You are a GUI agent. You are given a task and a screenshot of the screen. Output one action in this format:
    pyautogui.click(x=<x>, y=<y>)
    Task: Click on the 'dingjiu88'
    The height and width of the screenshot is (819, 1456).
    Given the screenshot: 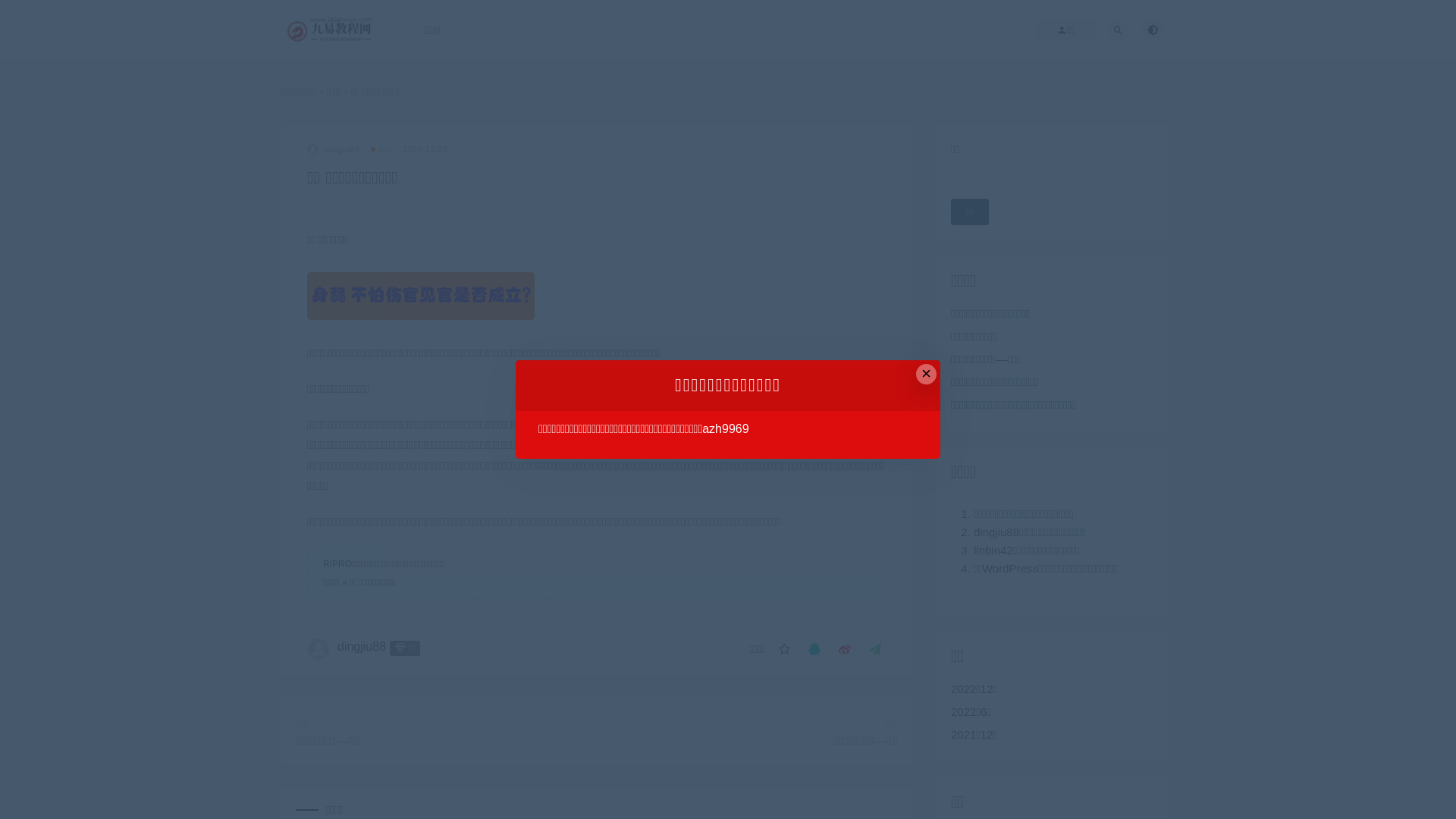 What is the action you would take?
    pyautogui.click(x=332, y=149)
    